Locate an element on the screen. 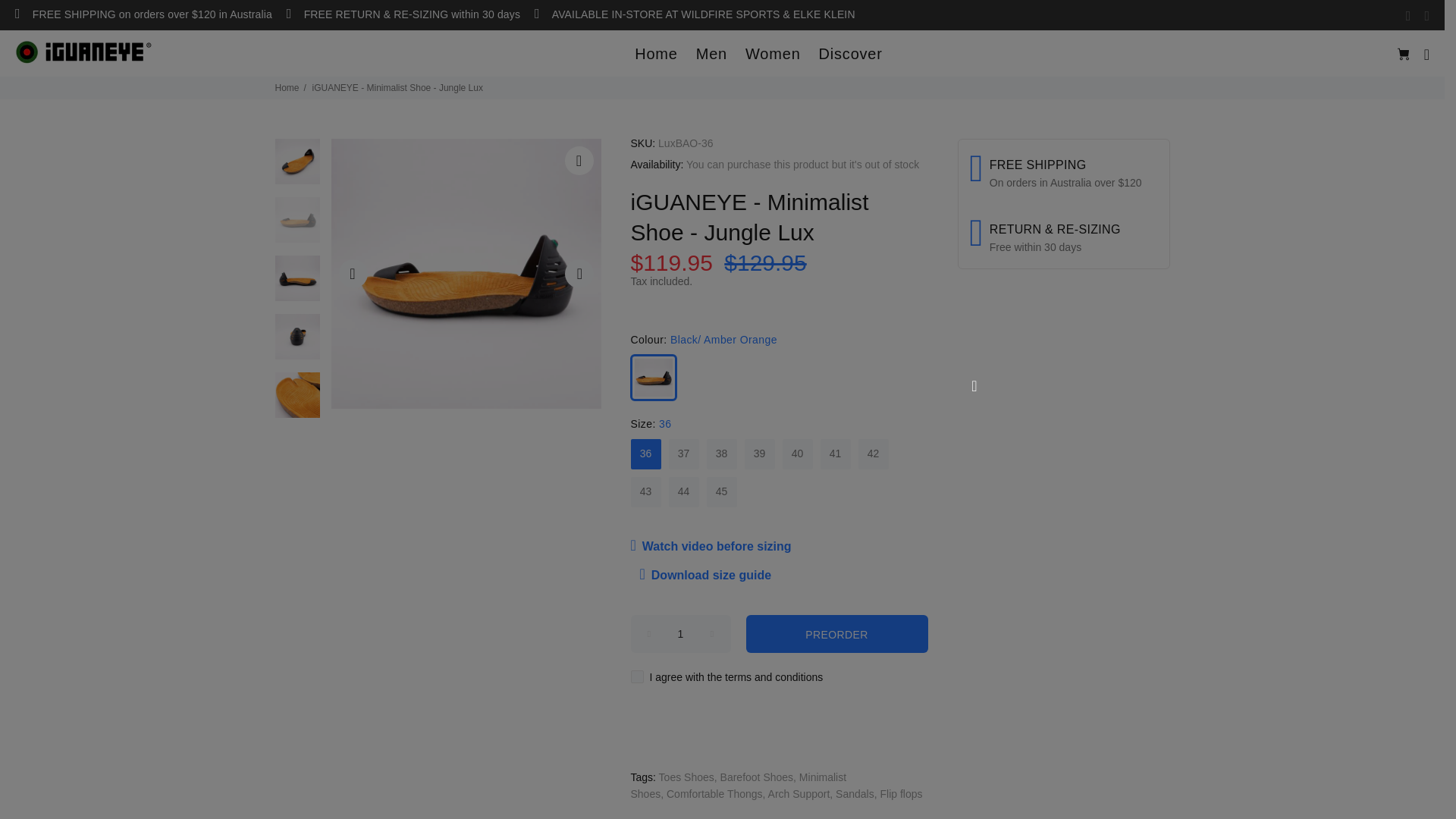 This screenshot has width=1456, height=819. 'RETURN & RE-SIZING is located at coordinates (1062, 231).